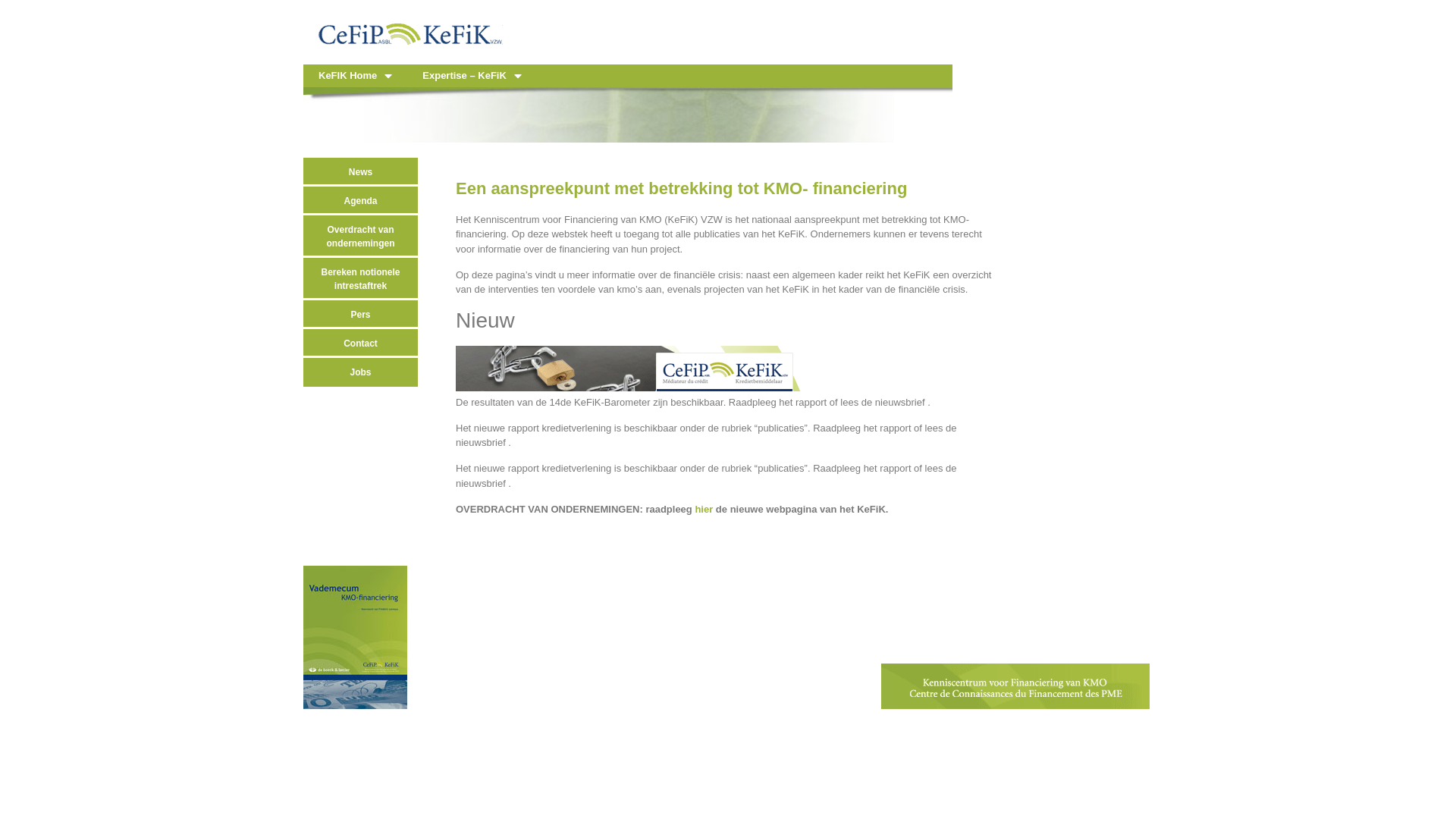  I want to click on 'Overdracht van ondernemingen', so click(303, 237).